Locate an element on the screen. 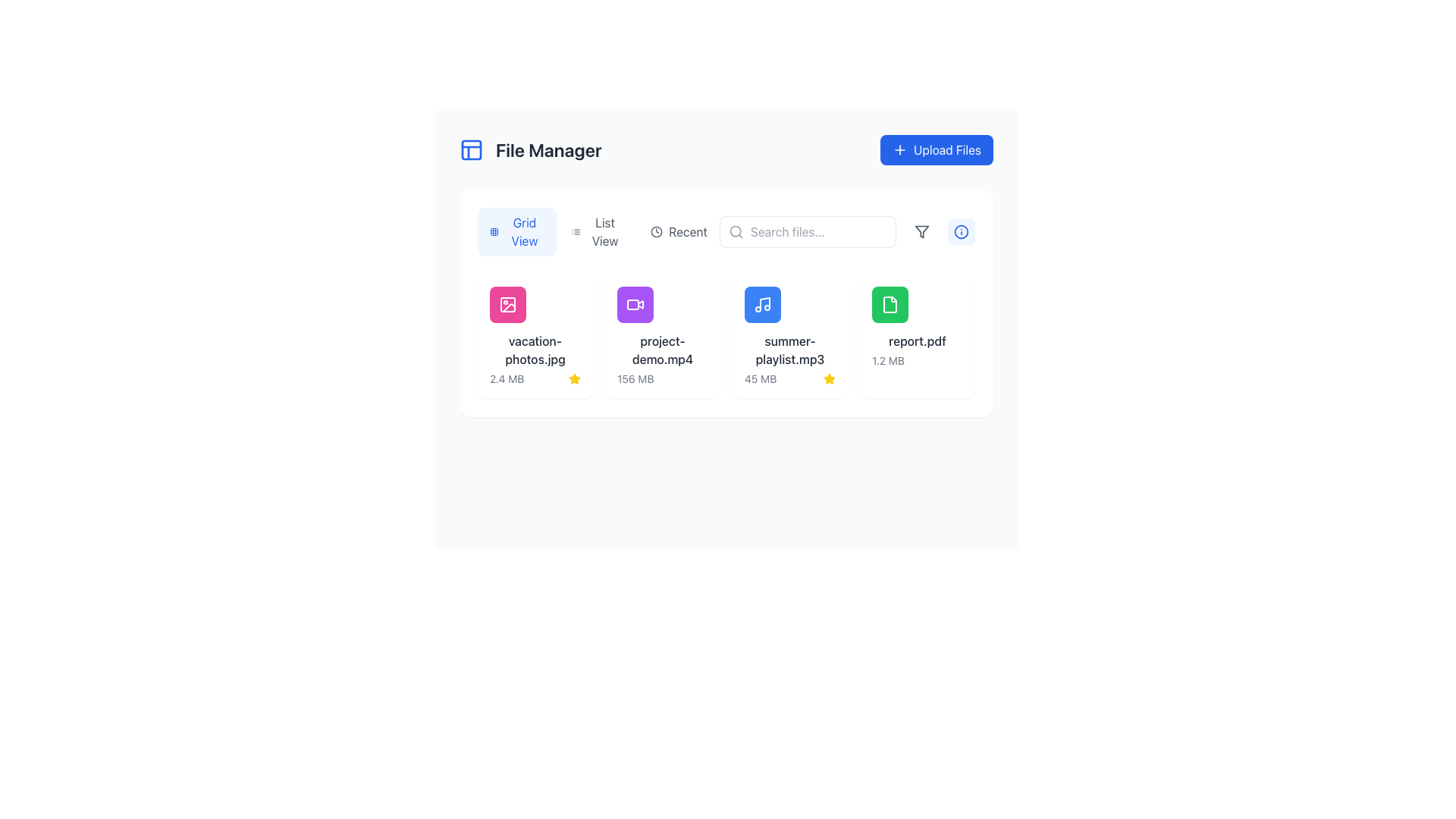  the delete button icon for the file 'summer-playlist.mp3' is located at coordinates (821, 376).